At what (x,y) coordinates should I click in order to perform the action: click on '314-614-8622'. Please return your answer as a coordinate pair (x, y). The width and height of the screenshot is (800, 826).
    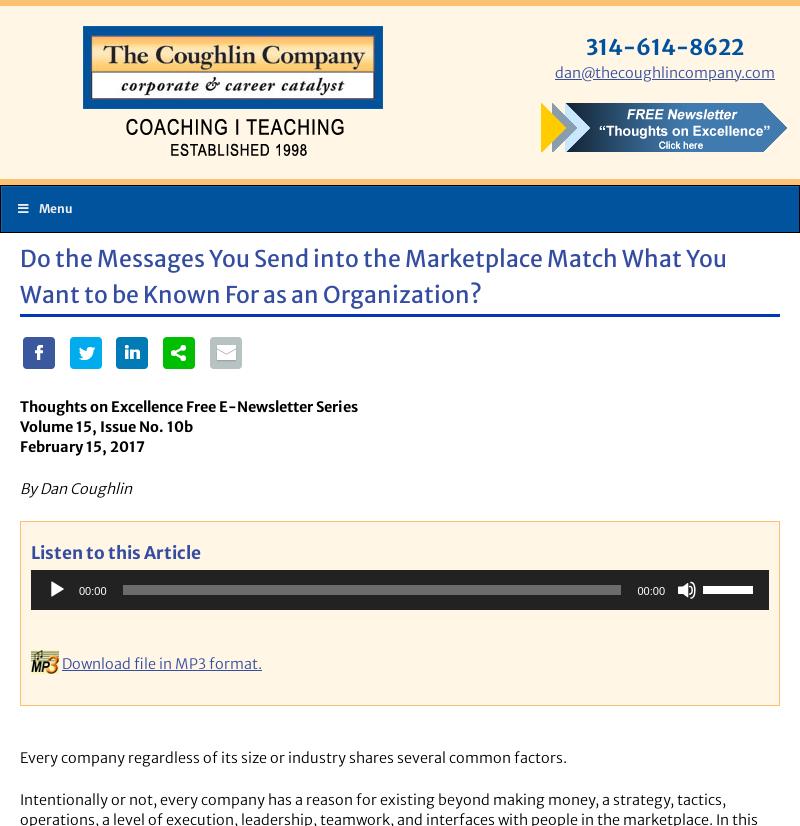
    Looking at the image, I should click on (664, 45).